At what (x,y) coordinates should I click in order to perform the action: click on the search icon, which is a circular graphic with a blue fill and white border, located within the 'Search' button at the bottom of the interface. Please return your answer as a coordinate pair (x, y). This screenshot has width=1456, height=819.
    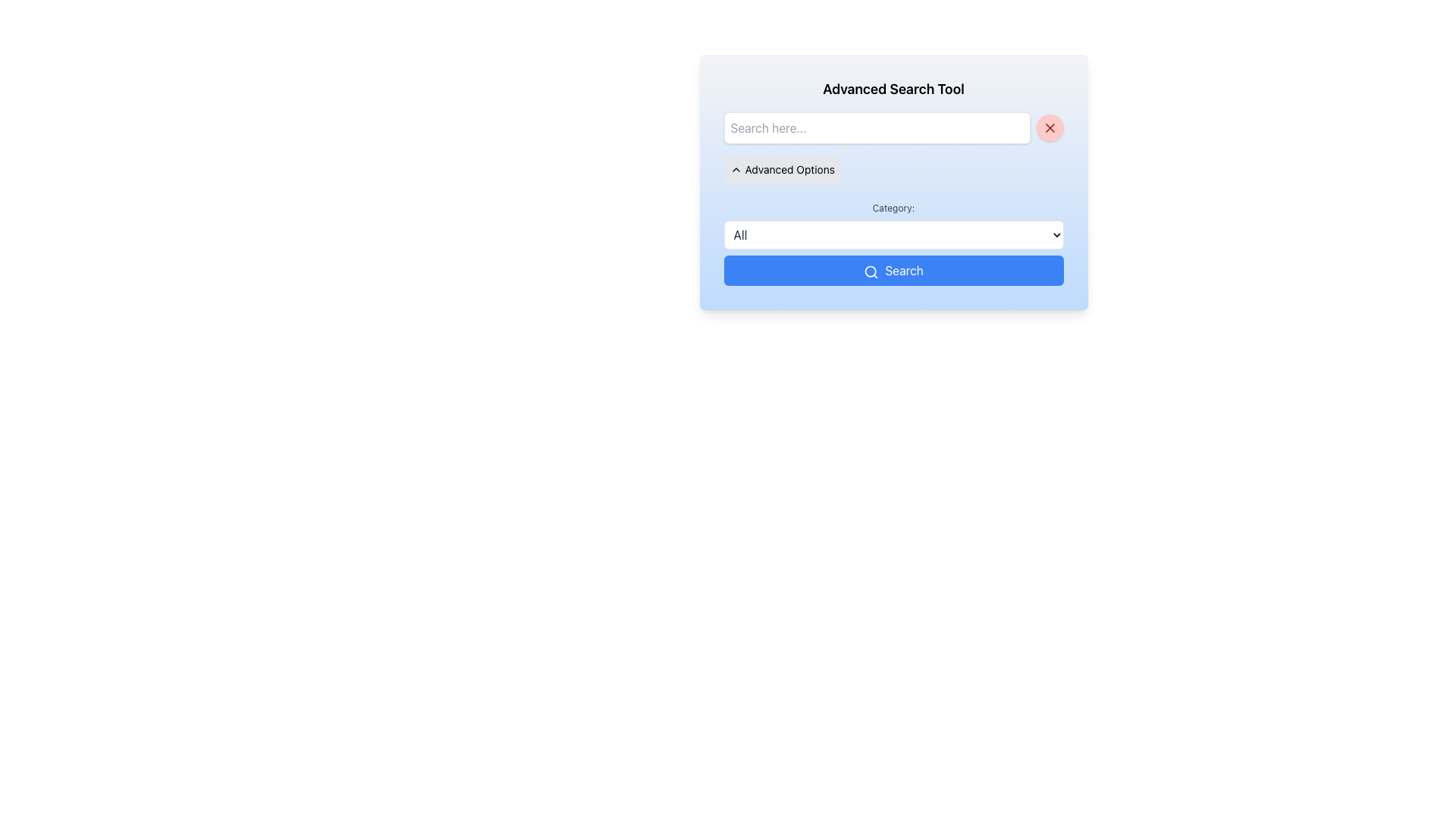
    Looking at the image, I should click on (871, 270).